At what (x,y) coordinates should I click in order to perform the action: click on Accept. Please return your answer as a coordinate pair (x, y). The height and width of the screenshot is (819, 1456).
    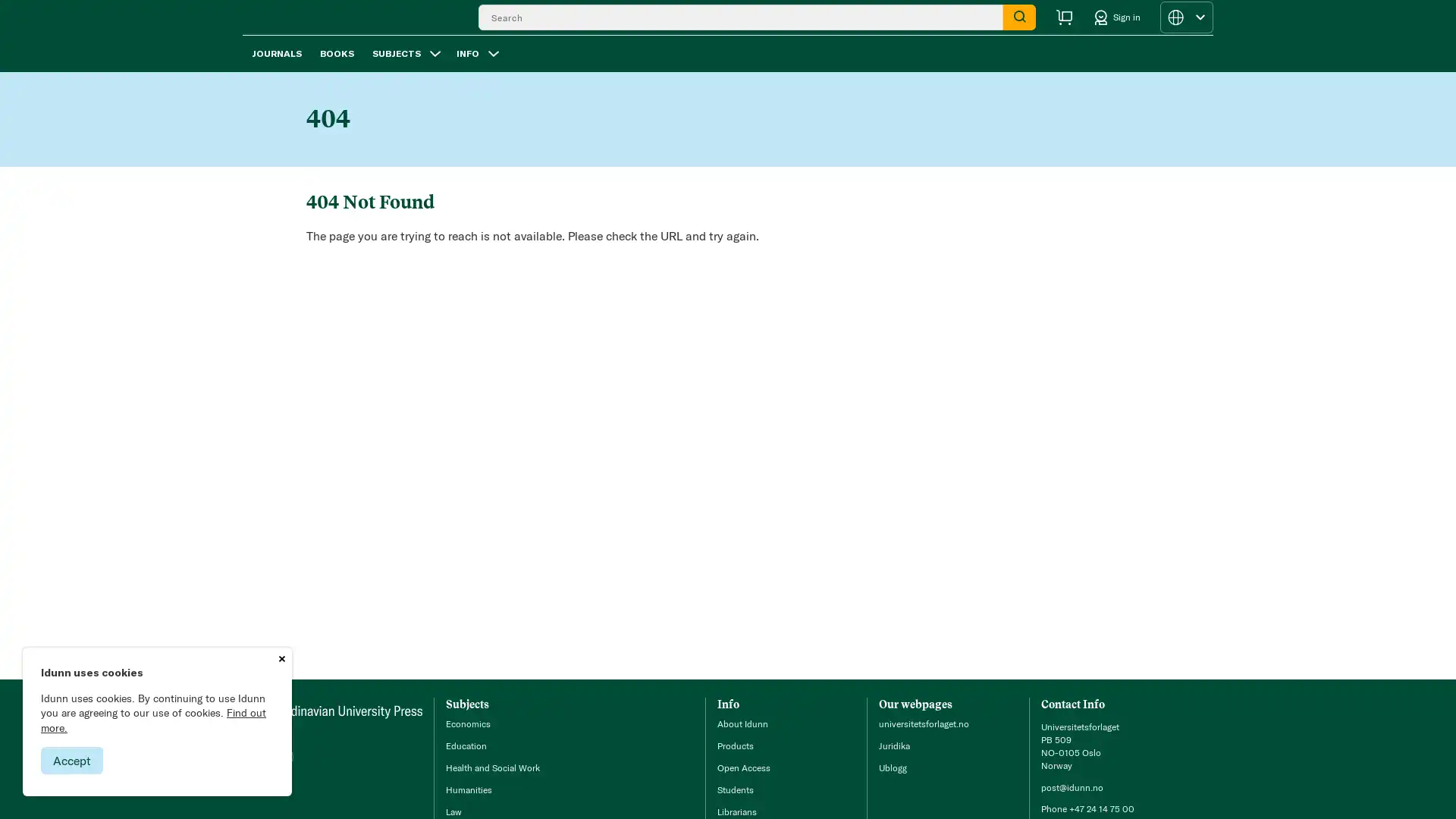
    Looking at the image, I should click on (71, 760).